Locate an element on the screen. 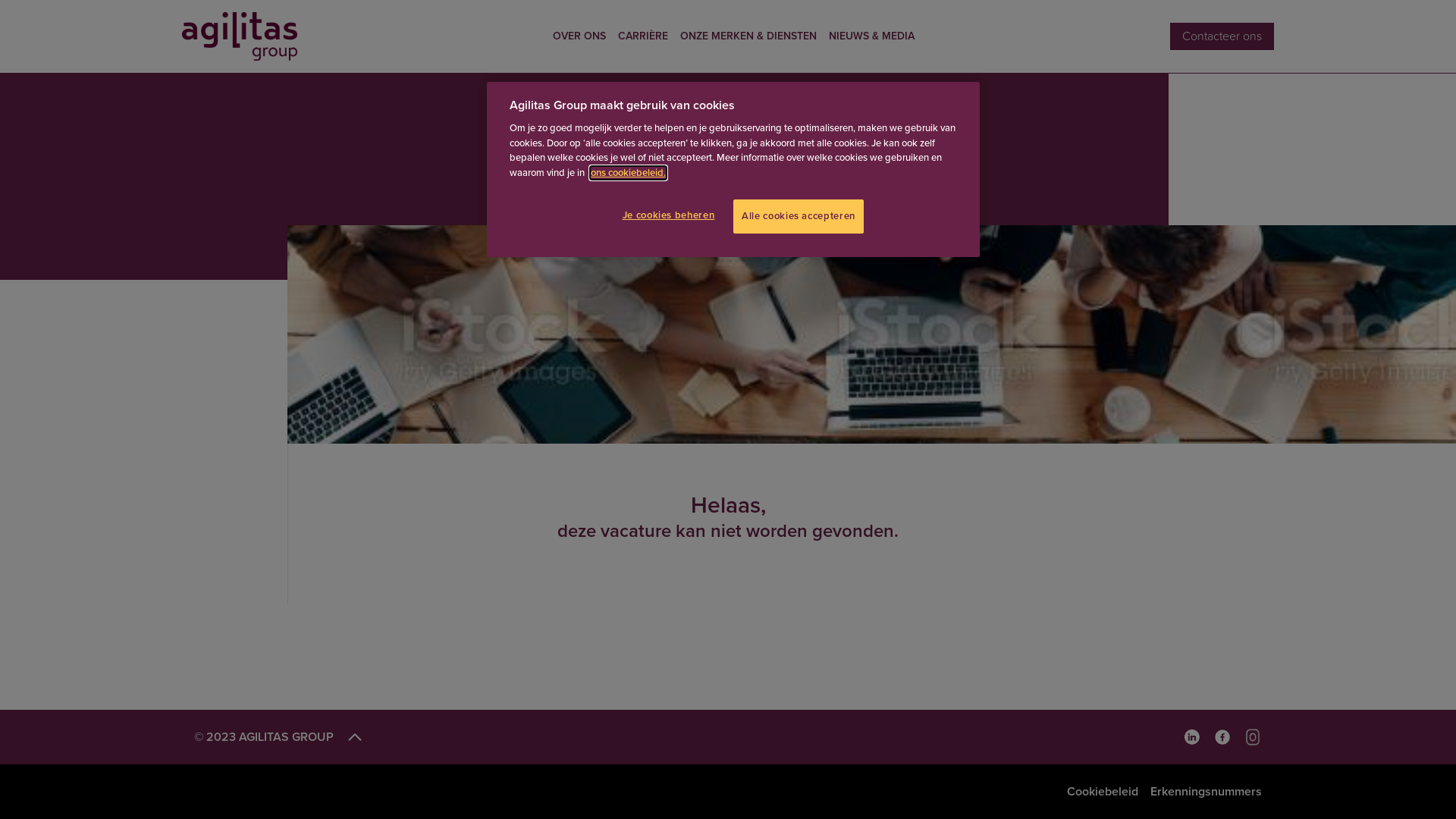 This screenshot has width=1456, height=819. 'Je cookies beheren' is located at coordinates (671, 215).